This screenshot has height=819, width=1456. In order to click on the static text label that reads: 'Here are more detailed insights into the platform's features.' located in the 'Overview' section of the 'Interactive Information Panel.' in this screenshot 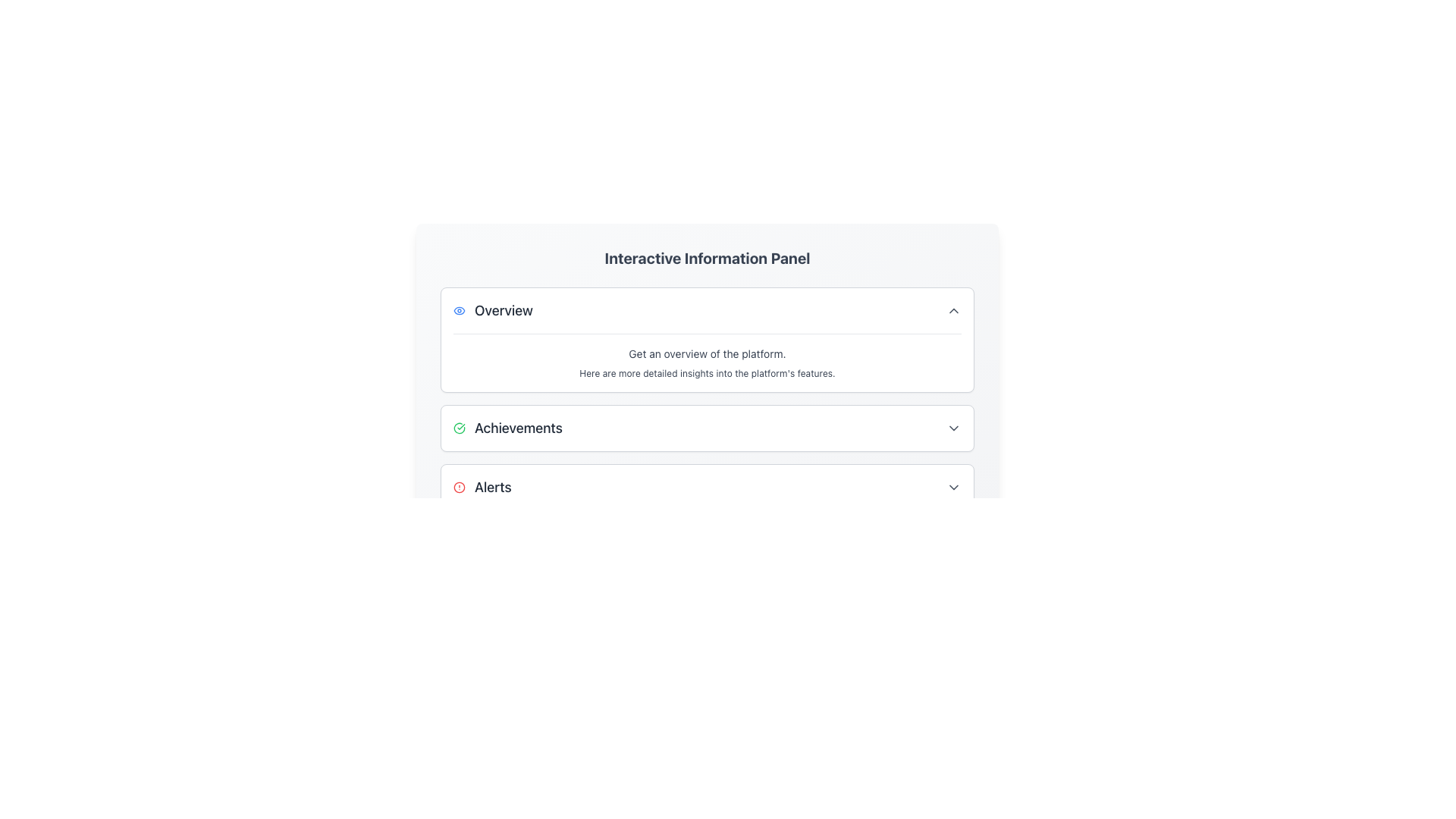, I will do `click(706, 374)`.